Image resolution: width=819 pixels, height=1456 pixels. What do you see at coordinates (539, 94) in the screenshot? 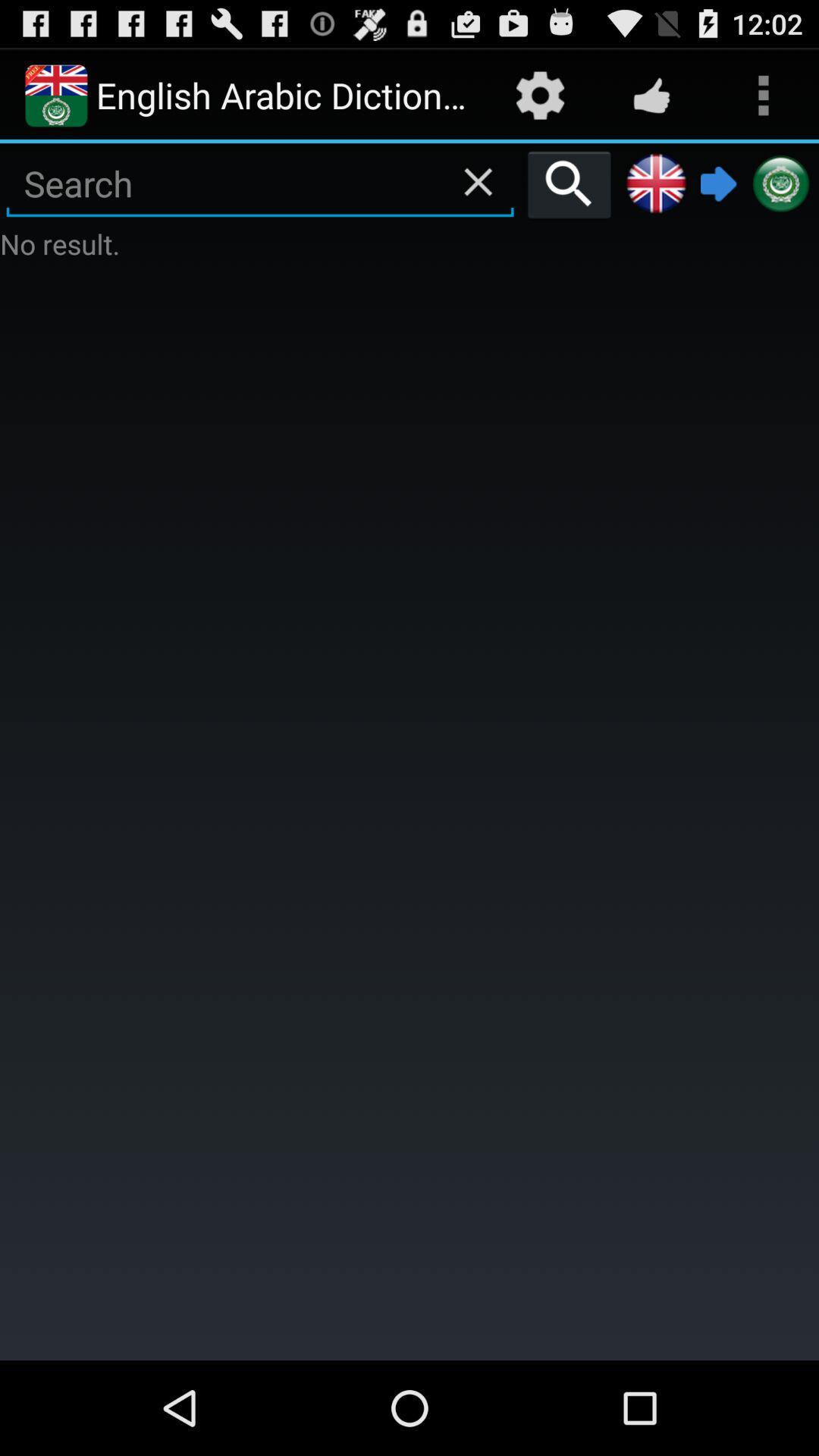
I see `the settings icon` at bounding box center [539, 94].